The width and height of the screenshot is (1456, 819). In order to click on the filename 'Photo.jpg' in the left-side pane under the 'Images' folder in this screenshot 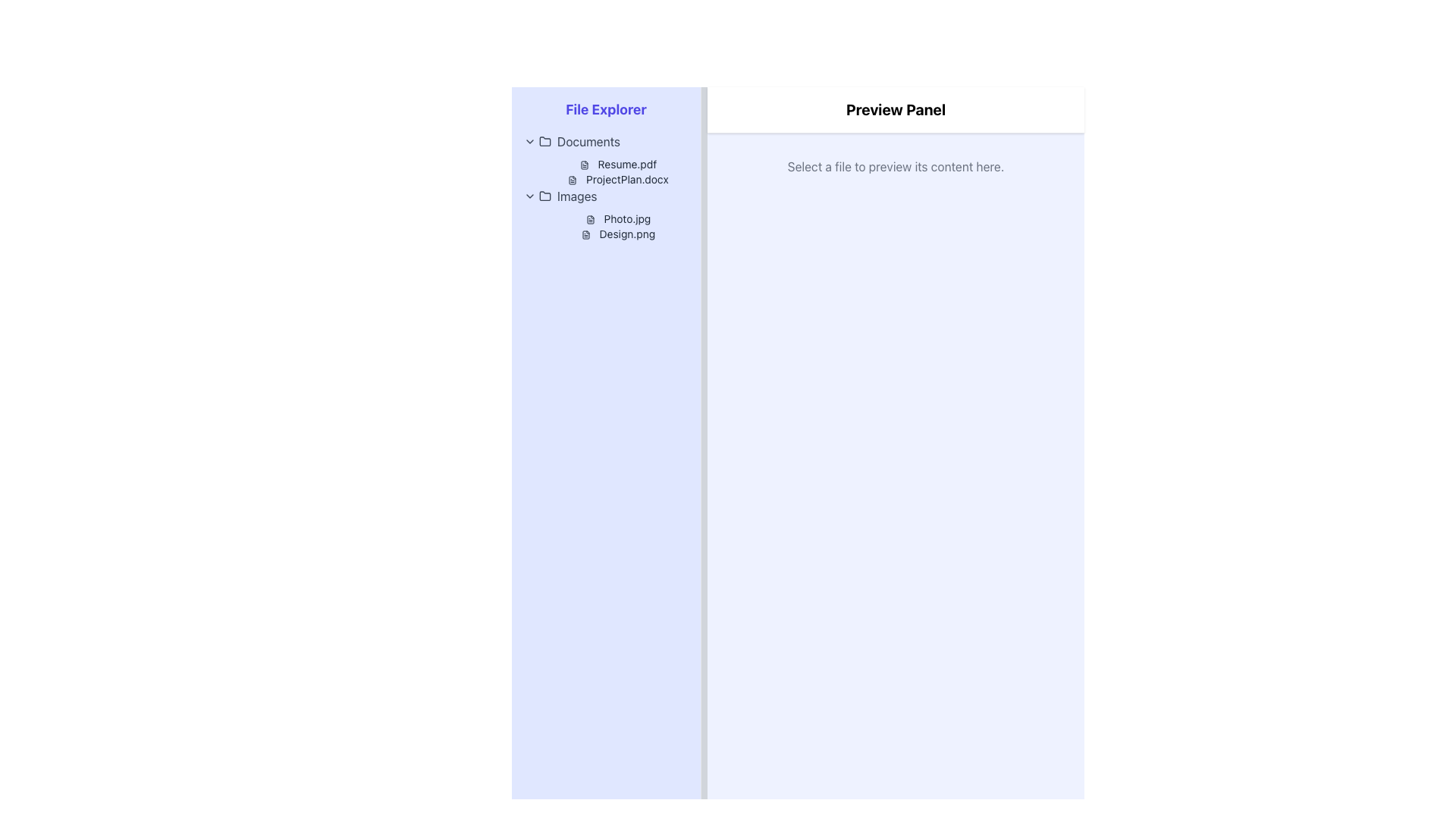, I will do `click(605, 227)`.